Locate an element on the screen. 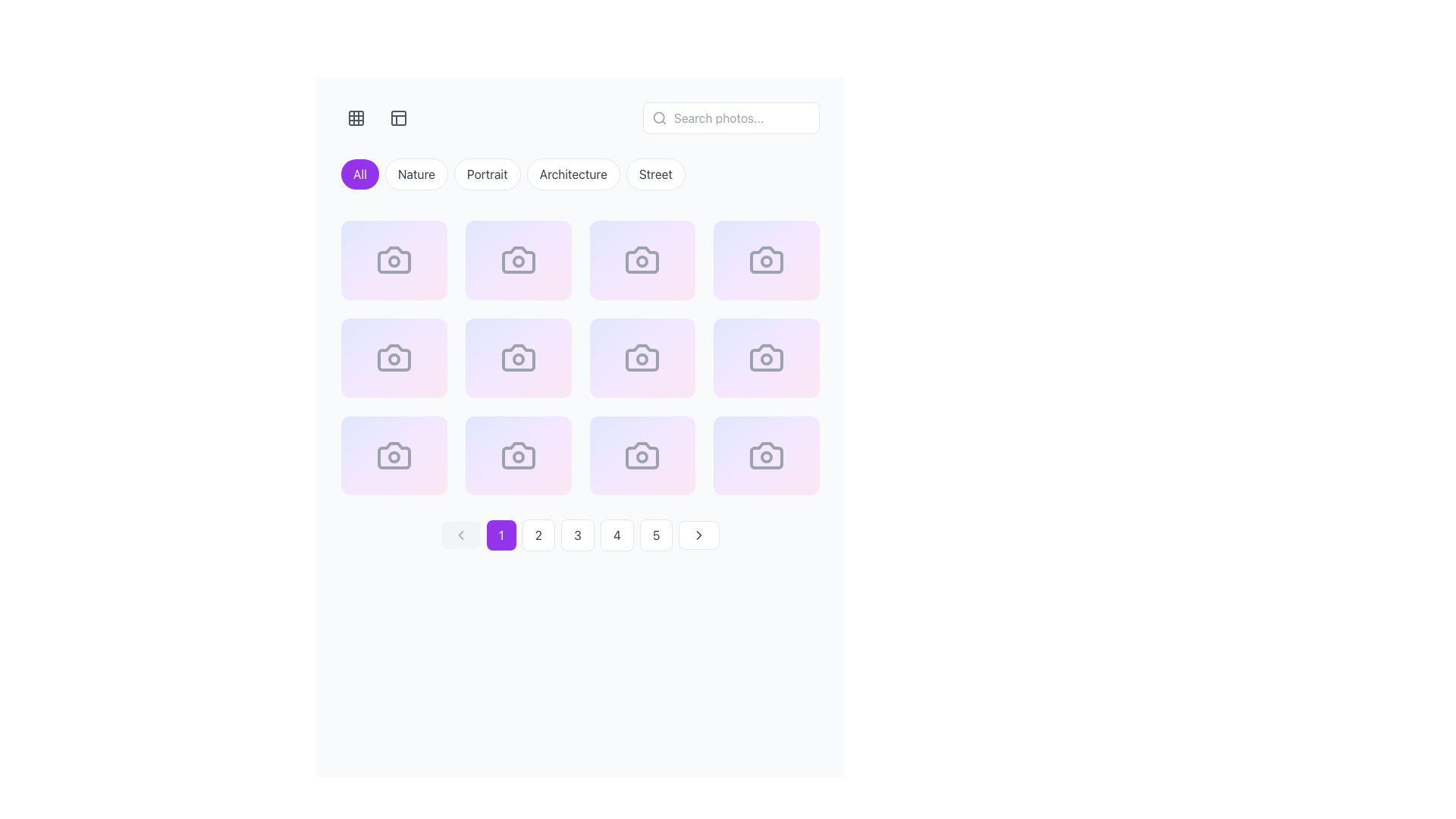 This screenshot has height=819, width=1456. the share functionality button located in the top-right quadrant of an image tile by clicking on the SVG icon within the button is located at coordinates (649, 275).